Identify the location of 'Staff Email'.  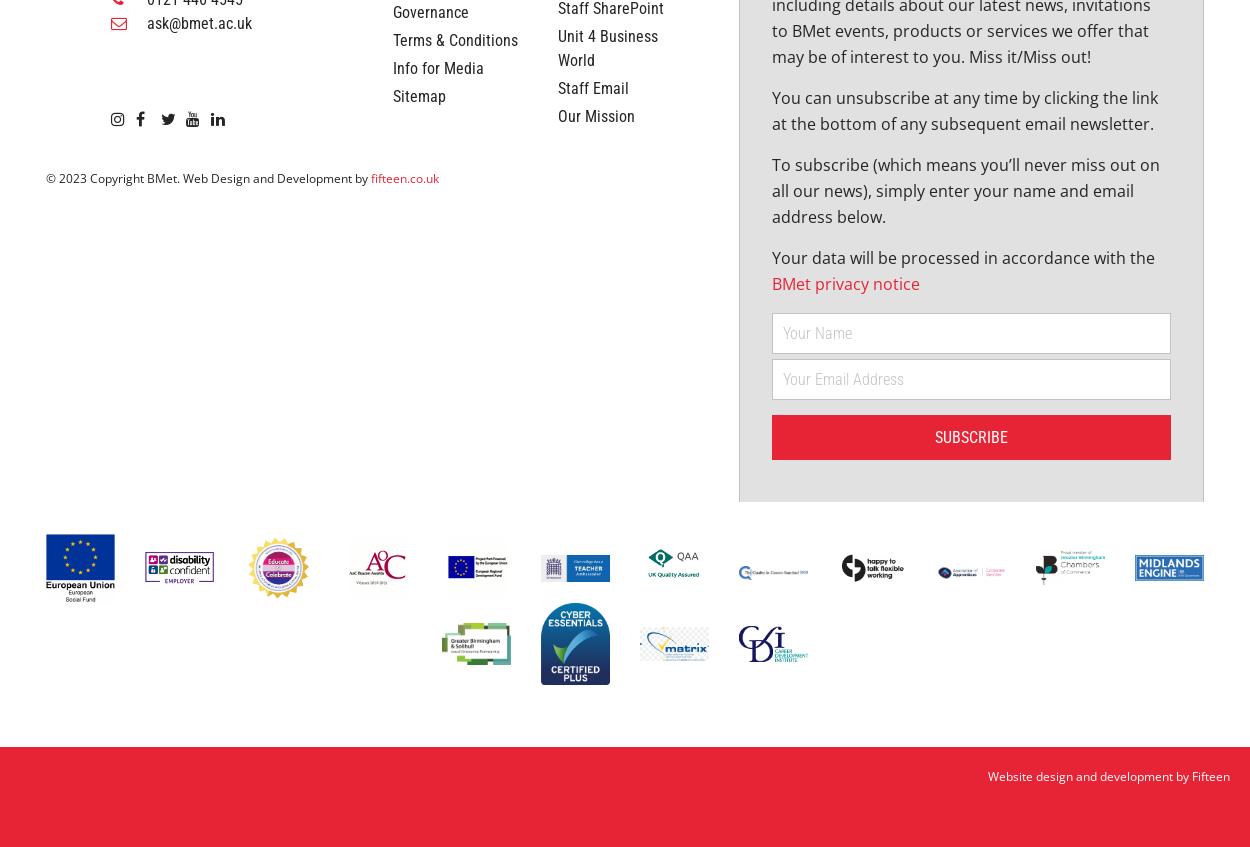
(558, 233).